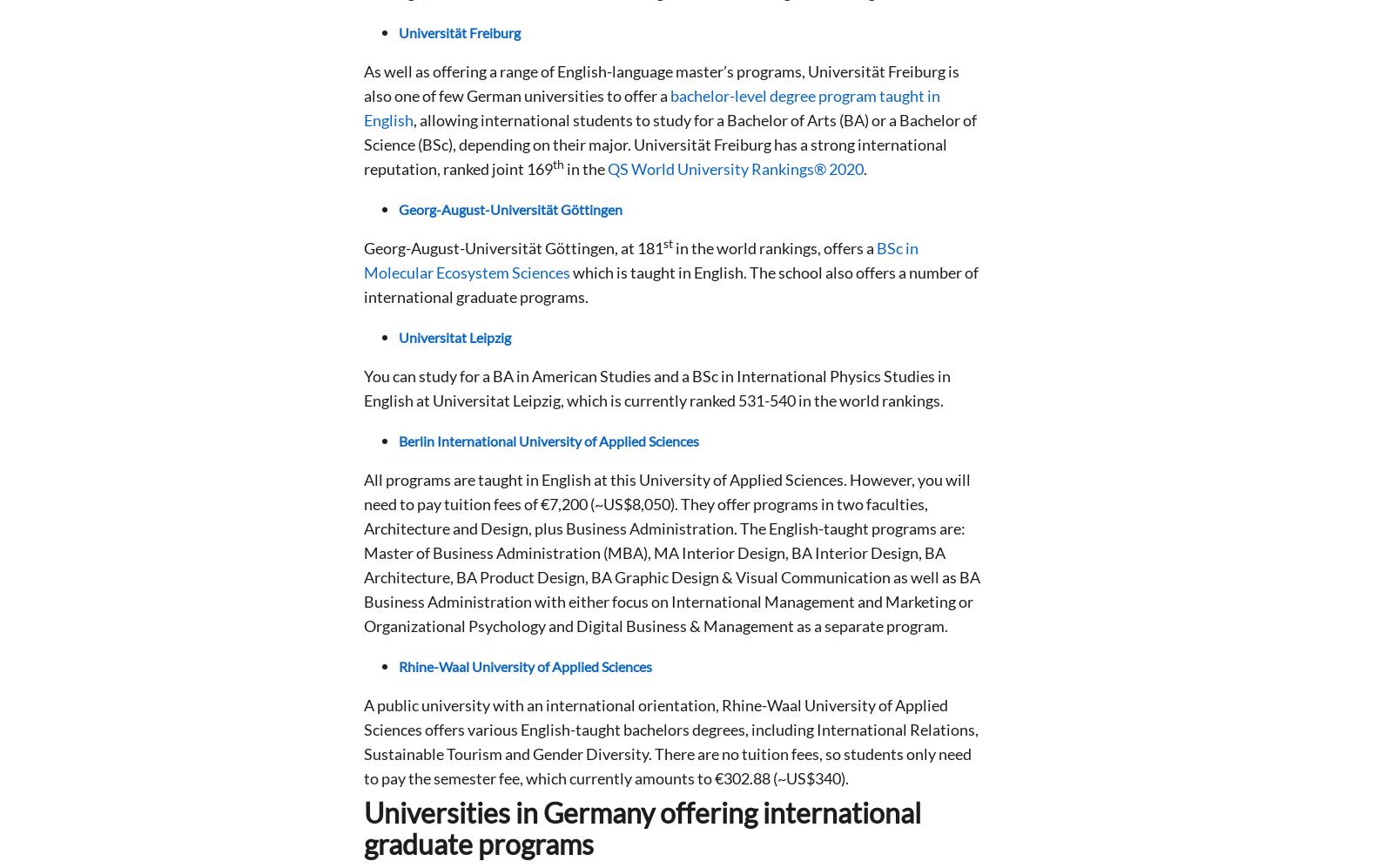 The width and height of the screenshot is (1393, 868). I want to click on 'th', so click(553, 165).